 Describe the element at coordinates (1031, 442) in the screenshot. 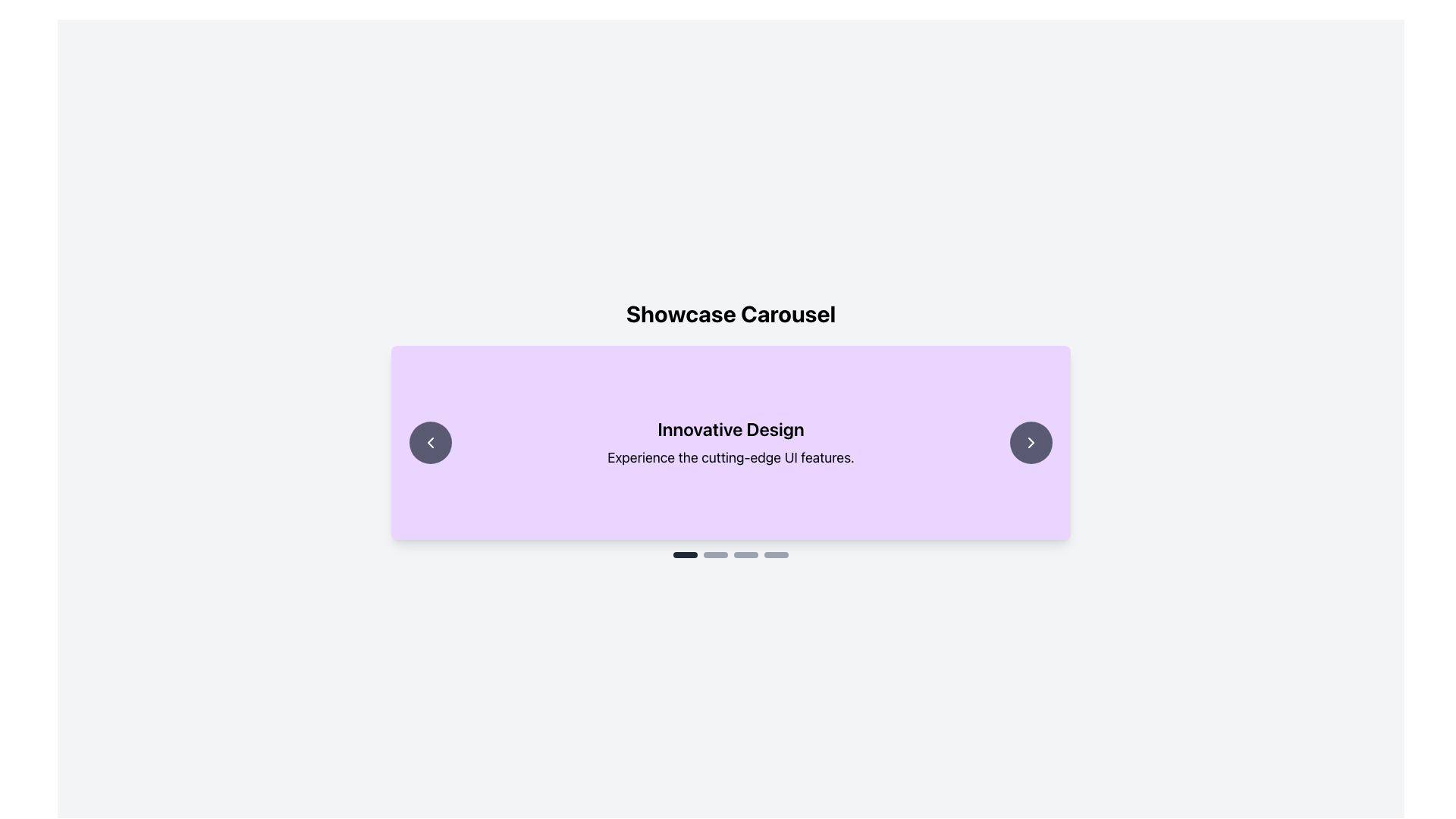

I see `the Triangular chevron icon located in the right side of the purple rectangular area` at that location.